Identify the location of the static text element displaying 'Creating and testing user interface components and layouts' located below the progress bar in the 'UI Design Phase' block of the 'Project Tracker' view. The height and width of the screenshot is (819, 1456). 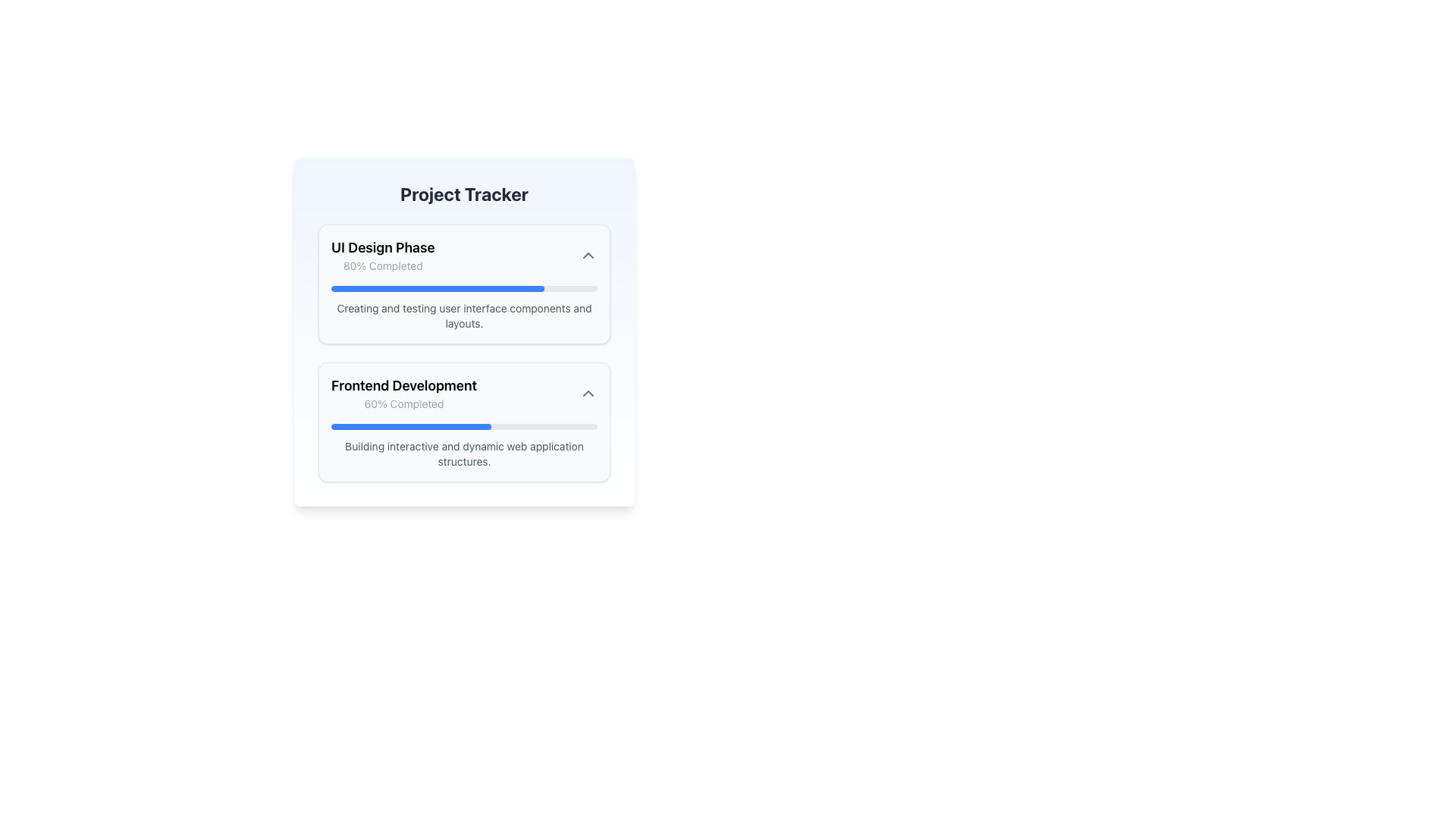
(463, 315).